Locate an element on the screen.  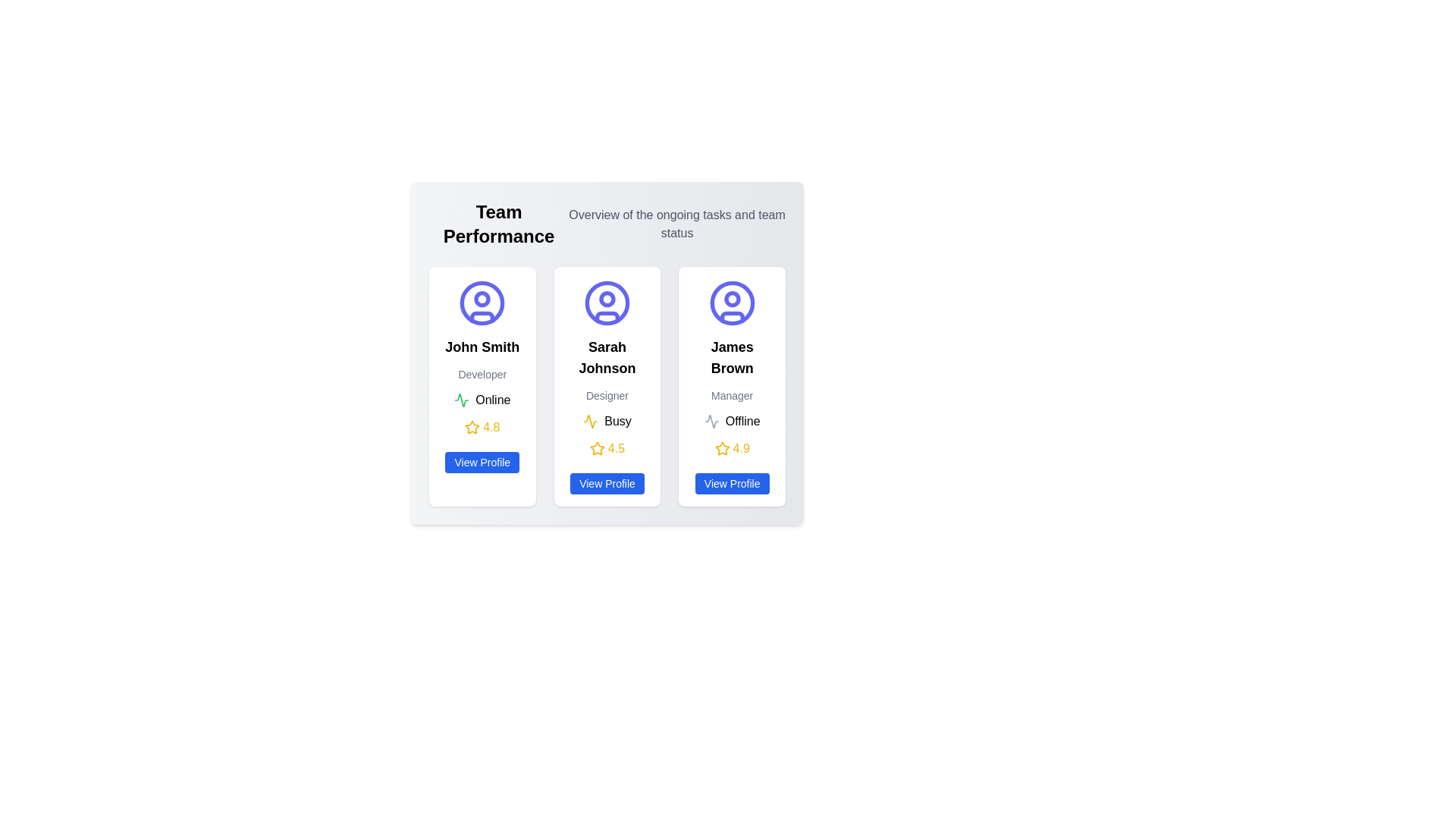
the activity status icon indicating Sarah Johnson is 'Busy', located below the 'Designer' label within her card is located at coordinates (590, 421).